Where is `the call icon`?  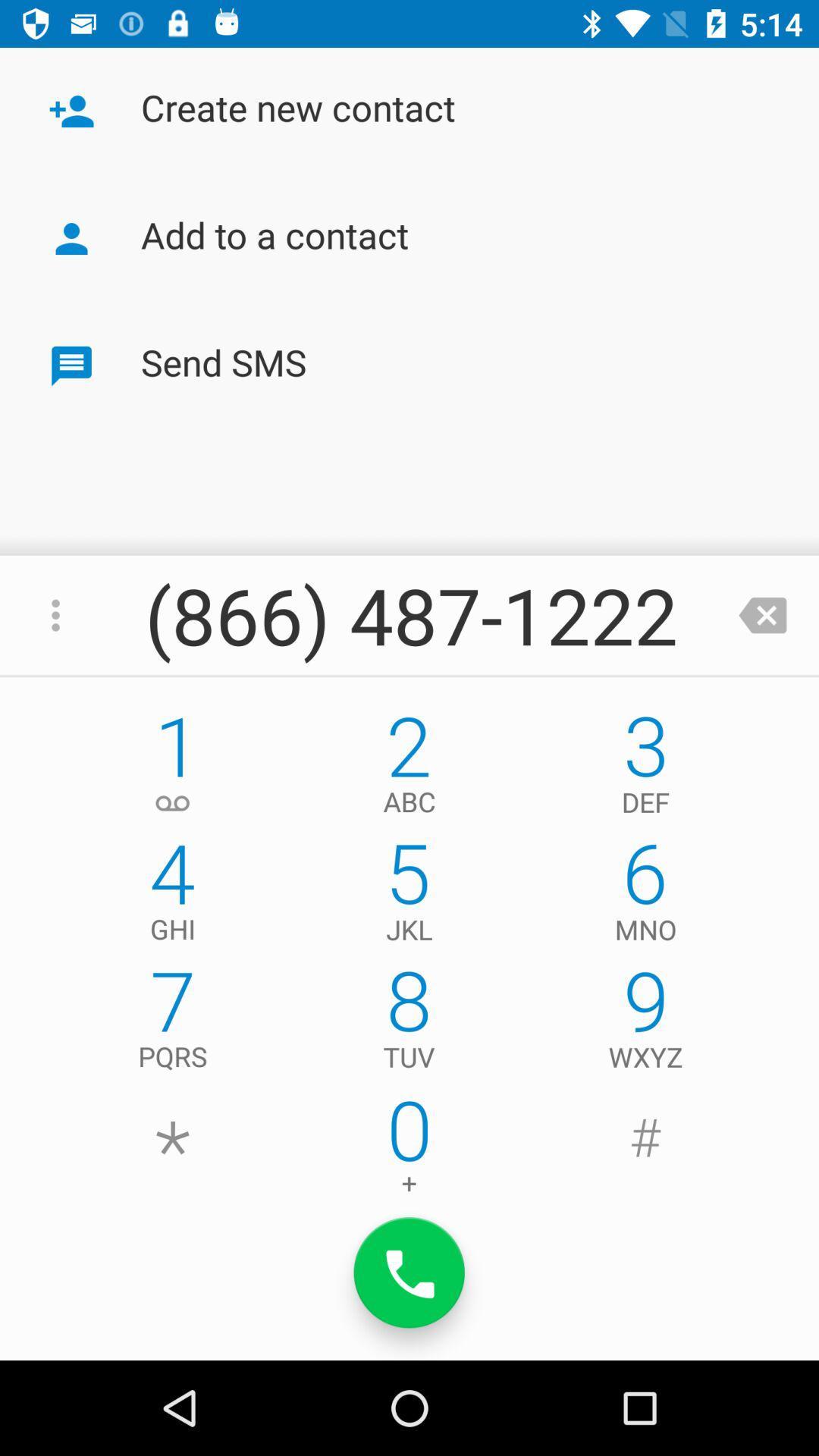 the call icon is located at coordinates (409, 1272).